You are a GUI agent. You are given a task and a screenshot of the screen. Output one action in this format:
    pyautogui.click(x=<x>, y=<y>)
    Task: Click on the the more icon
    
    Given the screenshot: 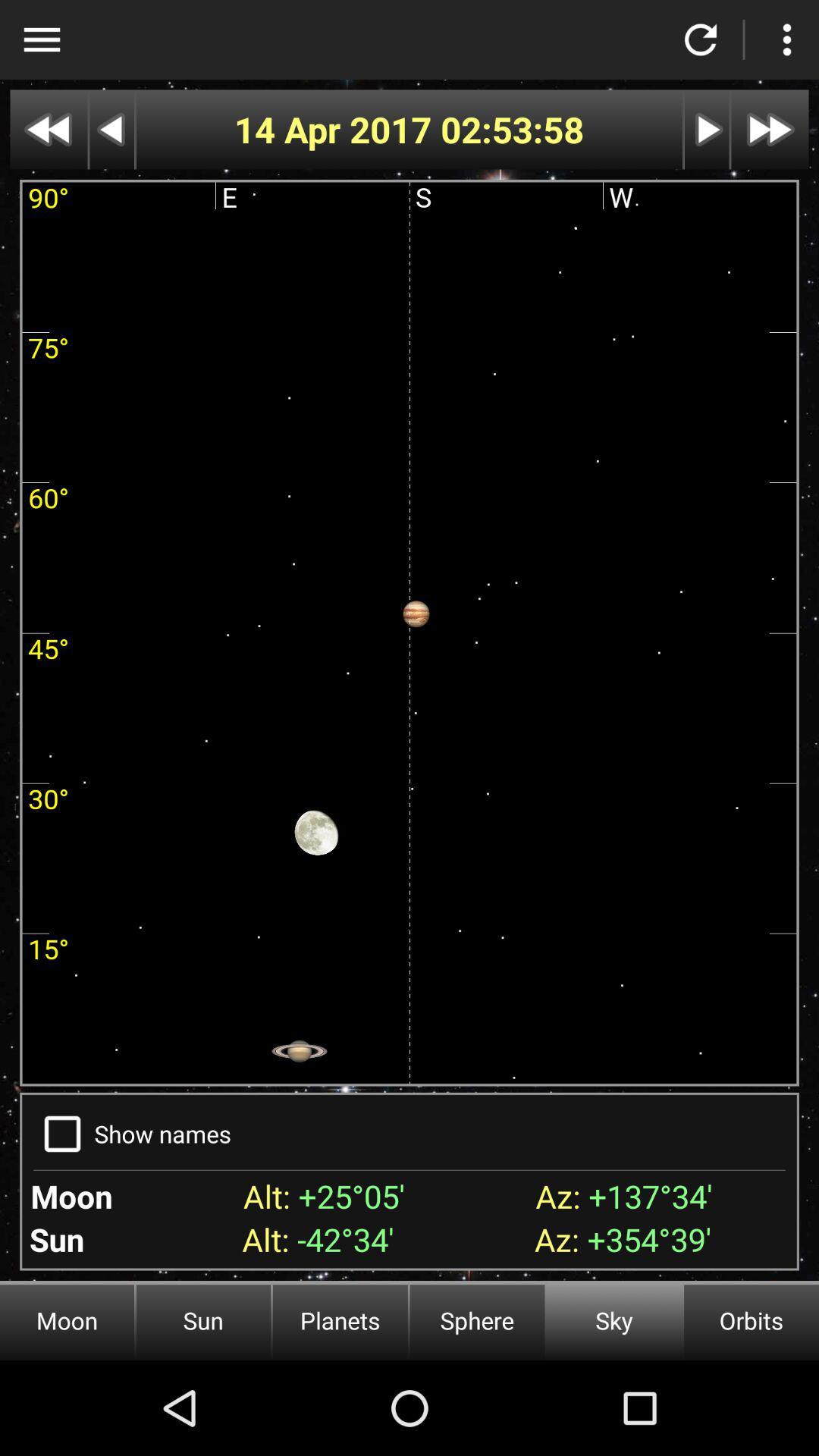 What is the action you would take?
    pyautogui.click(x=786, y=39)
    